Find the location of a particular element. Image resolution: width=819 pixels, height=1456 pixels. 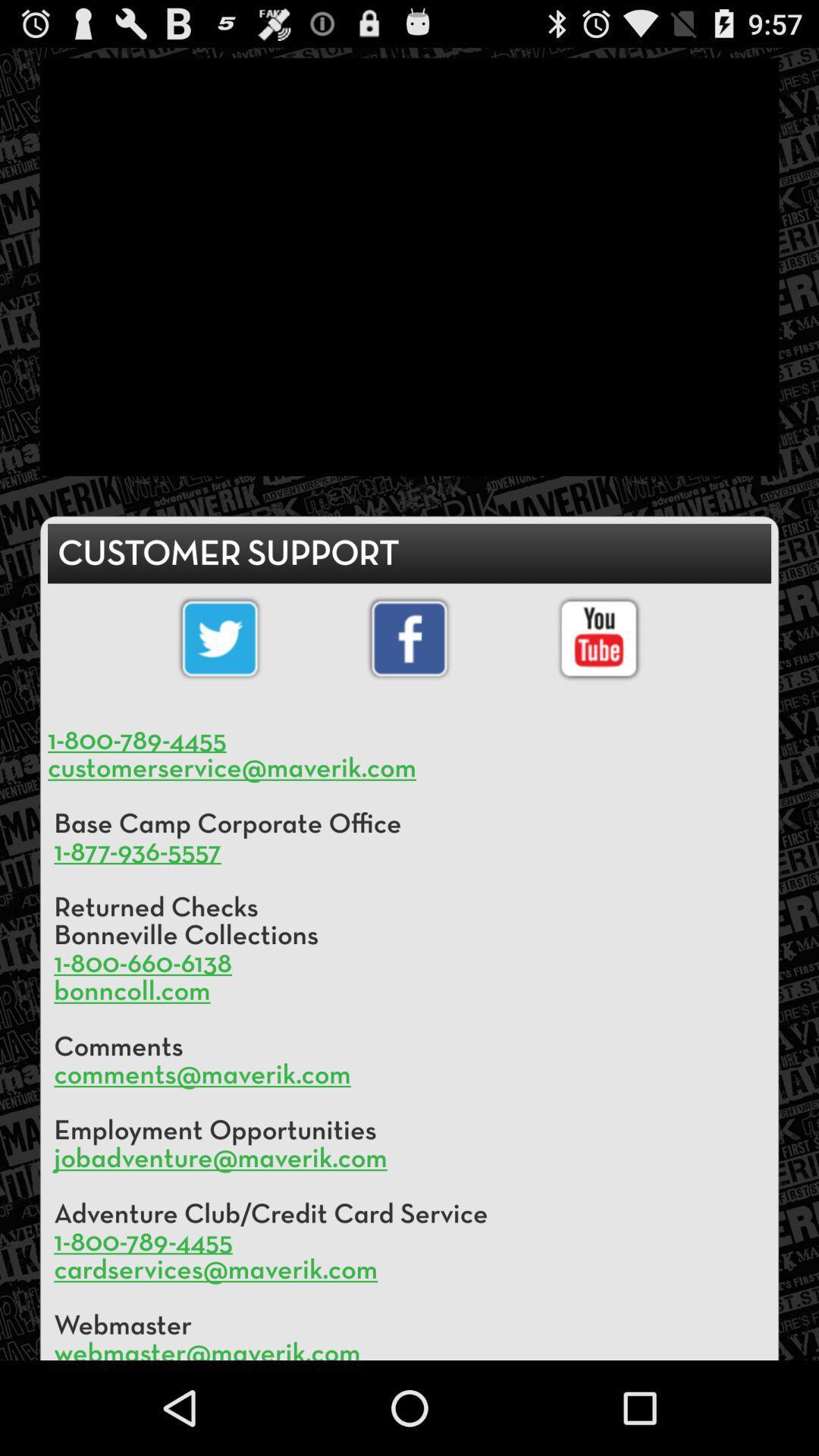

the facebook icon is located at coordinates (409, 682).